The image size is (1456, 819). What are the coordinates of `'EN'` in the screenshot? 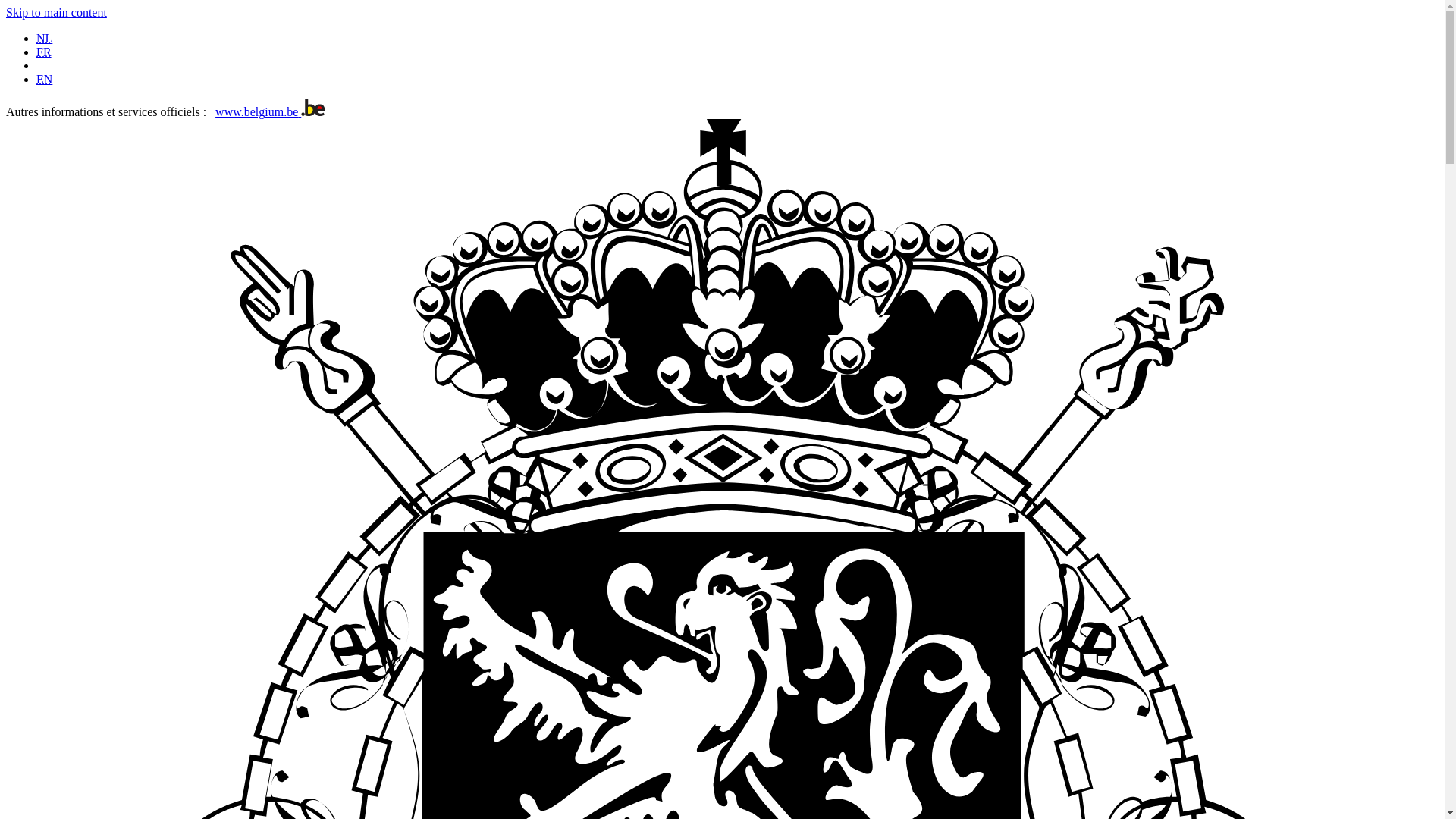 It's located at (44, 79).